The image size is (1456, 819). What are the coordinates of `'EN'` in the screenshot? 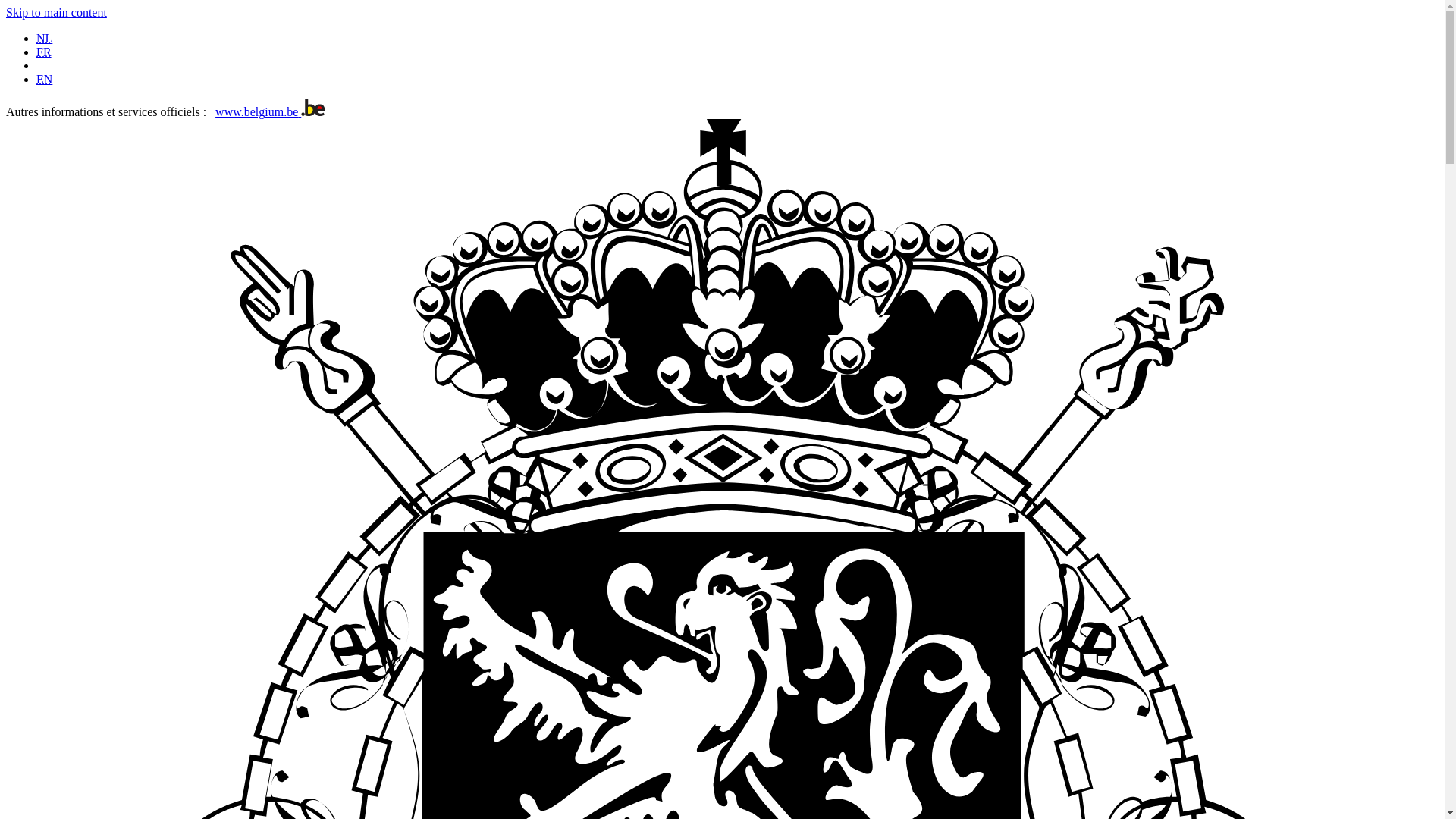 It's located at (44, 79).